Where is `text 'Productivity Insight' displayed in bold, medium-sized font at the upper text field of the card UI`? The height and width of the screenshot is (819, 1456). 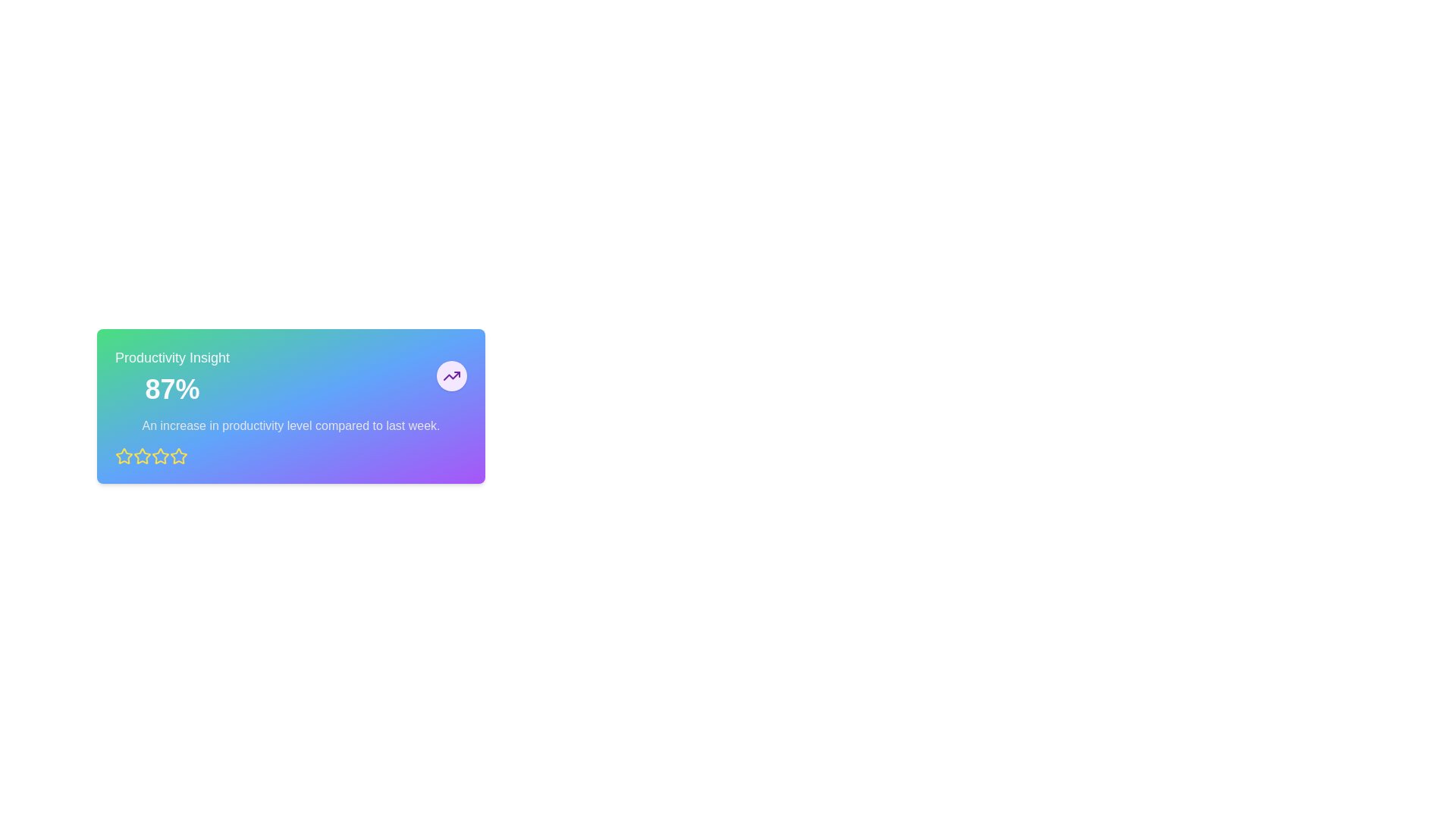
text 'Productivity Insight' displayed in bold, medium-sized font at the upper text field of the card UI is located at coordinates (172, 357).